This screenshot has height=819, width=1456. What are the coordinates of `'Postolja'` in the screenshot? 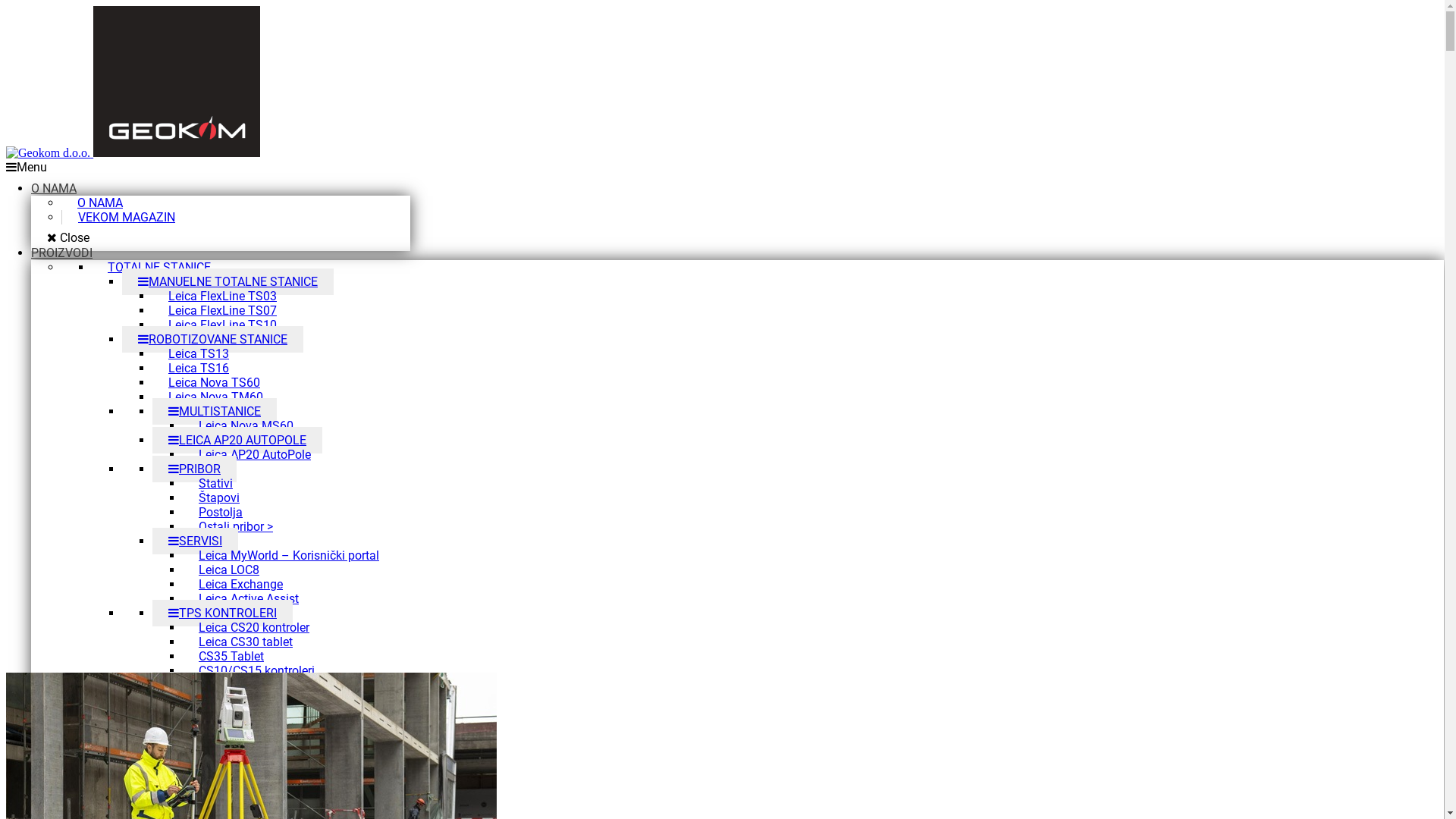 It's located at (220, 512).